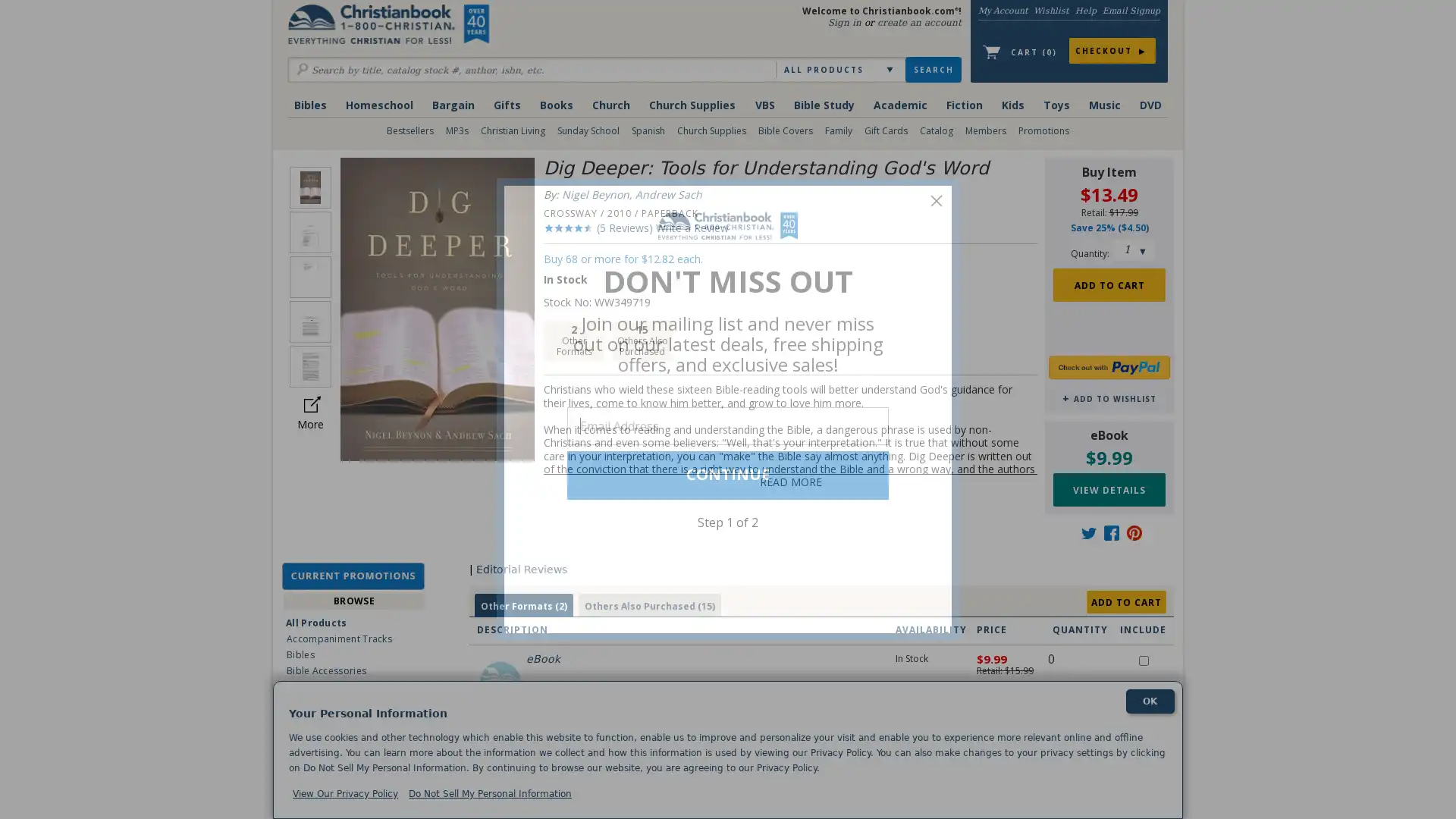 The height and width of the screenshot is (819, 1456). What do you see at coordinates (1126, 601) in the screenshot?
I see `ADD TO CART` at bounding box center [1126, 601].